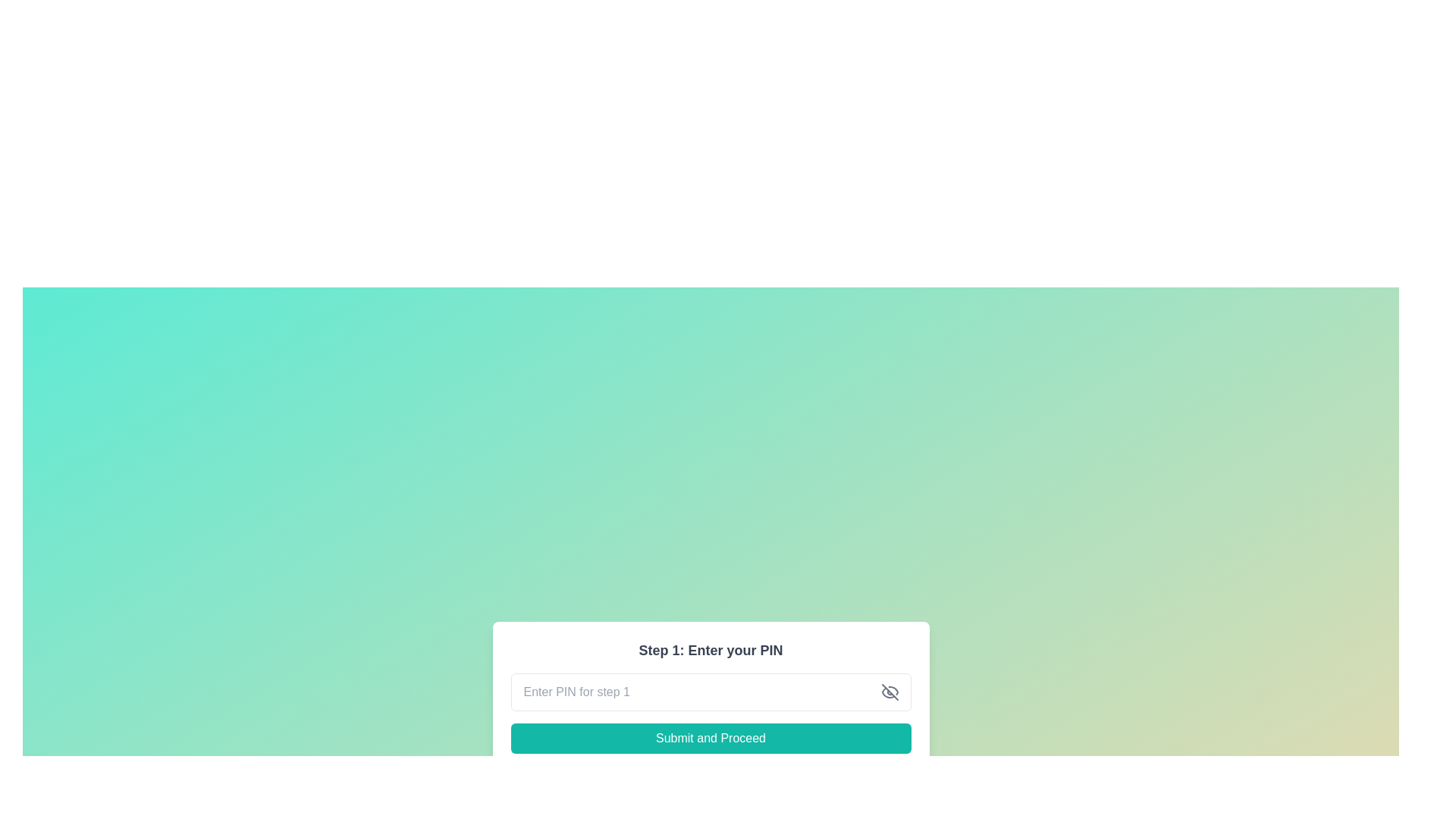 The height and width of the screenshot is (819, 1456). Describe the element at coordinates (890, 692) in the screenshot. I see `the eye icon button within the 'Enter PIN for step 1' password input field` at that location.